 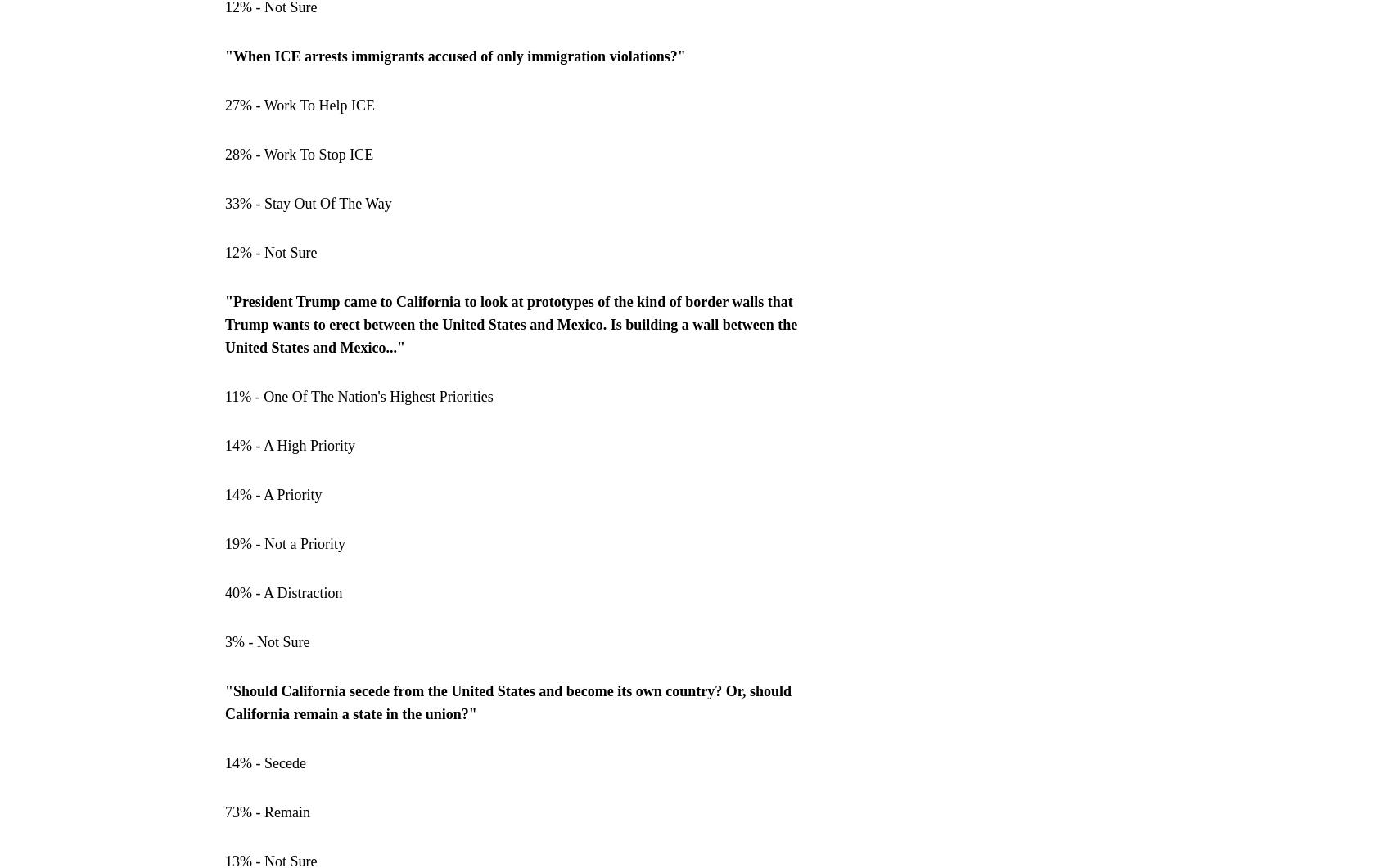 What do you see at coordinates (266, 642) in the screenshot?
I see `'3%	- Not Sure'` at bounding box center [266, 642].